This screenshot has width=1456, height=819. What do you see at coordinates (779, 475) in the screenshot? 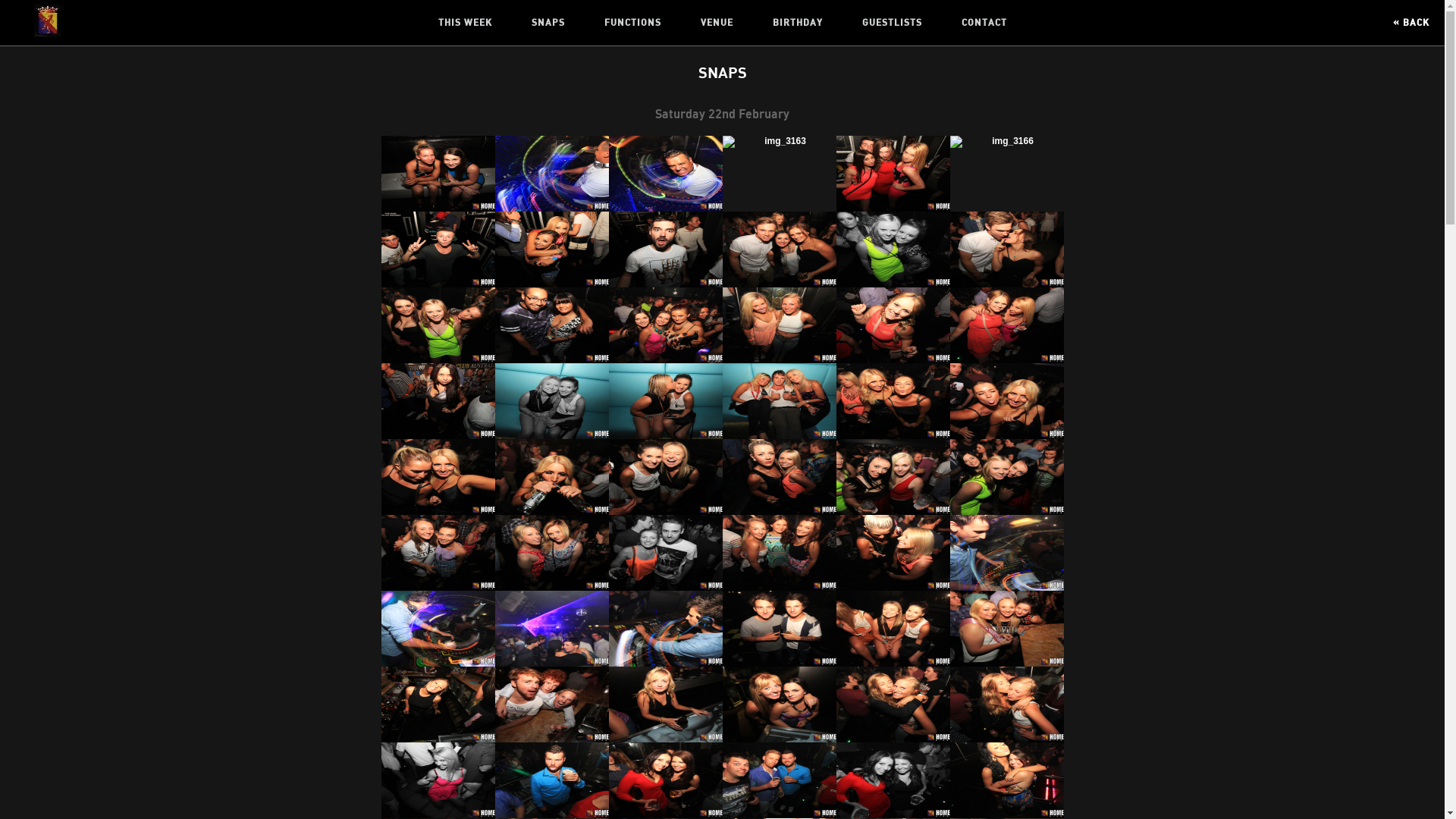
I see `' '` at bounding box center [779, 475].